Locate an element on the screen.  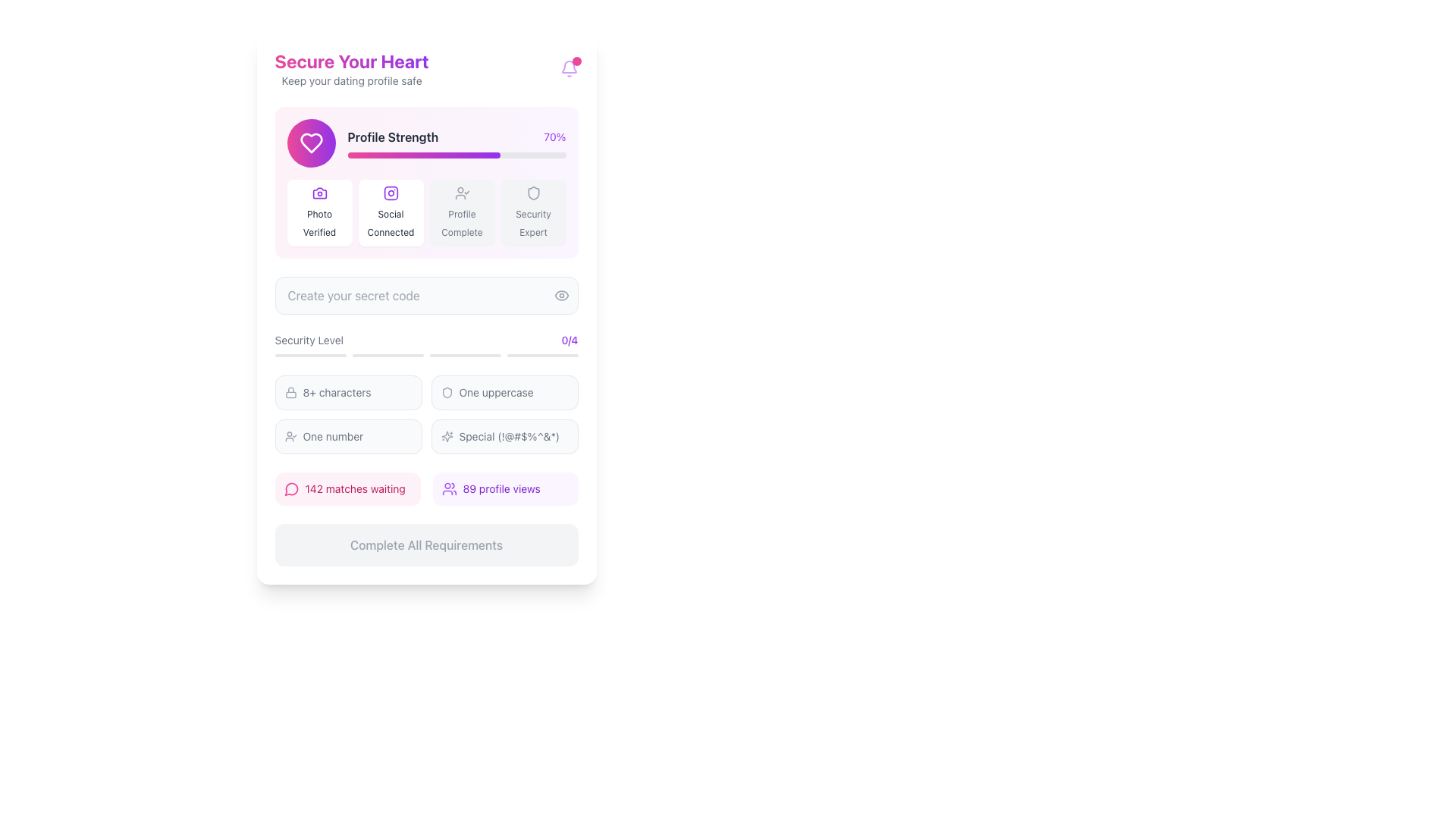
the progress bar that visually represents the completion status of a profile's strength, located in the 'Profile Strength' section below the text 'Profile Strength' and the percentage '70%.' is located at coordinates (456, 155).